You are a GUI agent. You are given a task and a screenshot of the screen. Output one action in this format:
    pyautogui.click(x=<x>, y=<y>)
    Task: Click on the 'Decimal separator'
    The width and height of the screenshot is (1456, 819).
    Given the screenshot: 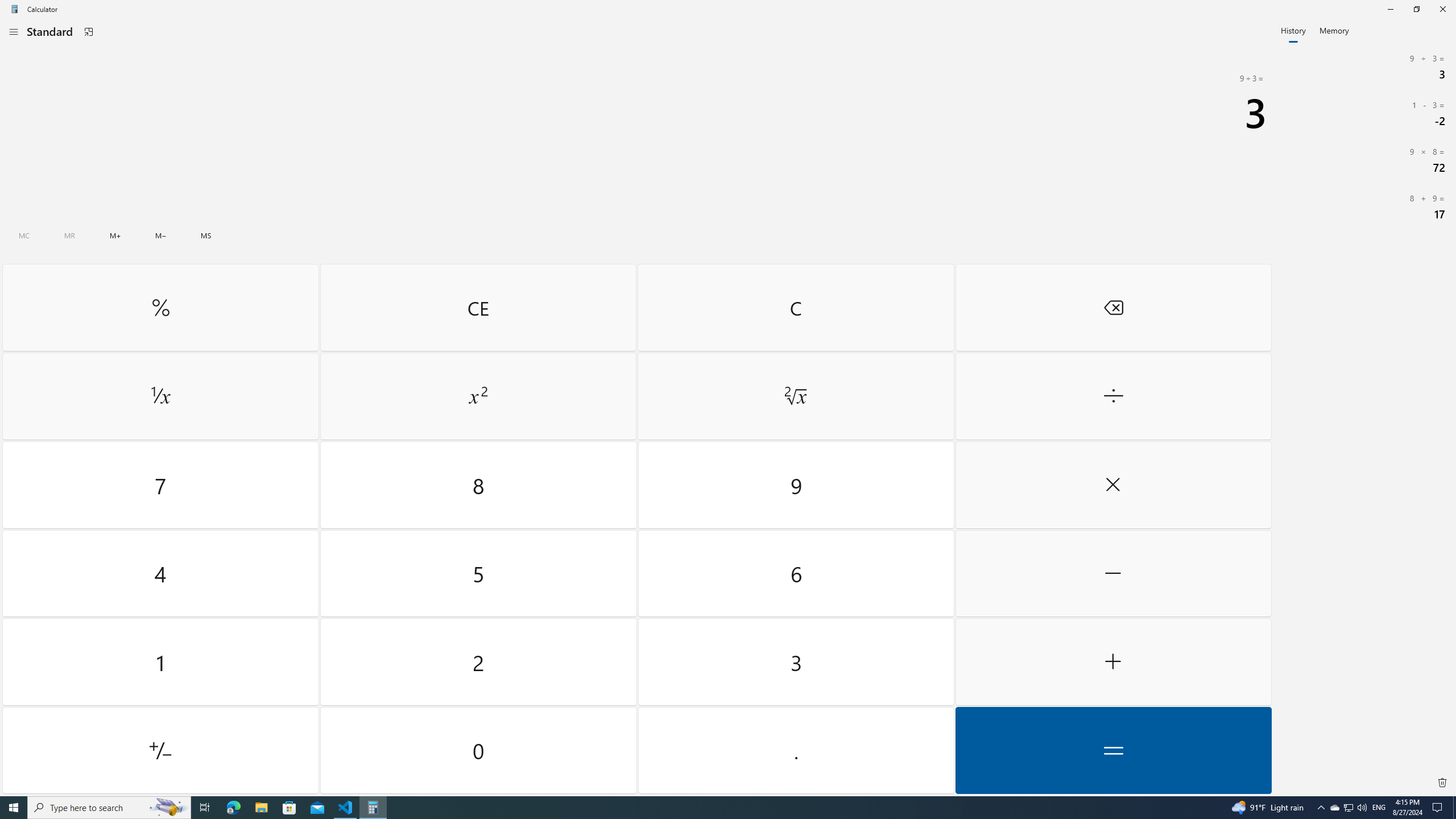 What is the action you would take?
    pyautogui.click(x=795, y=750)
    